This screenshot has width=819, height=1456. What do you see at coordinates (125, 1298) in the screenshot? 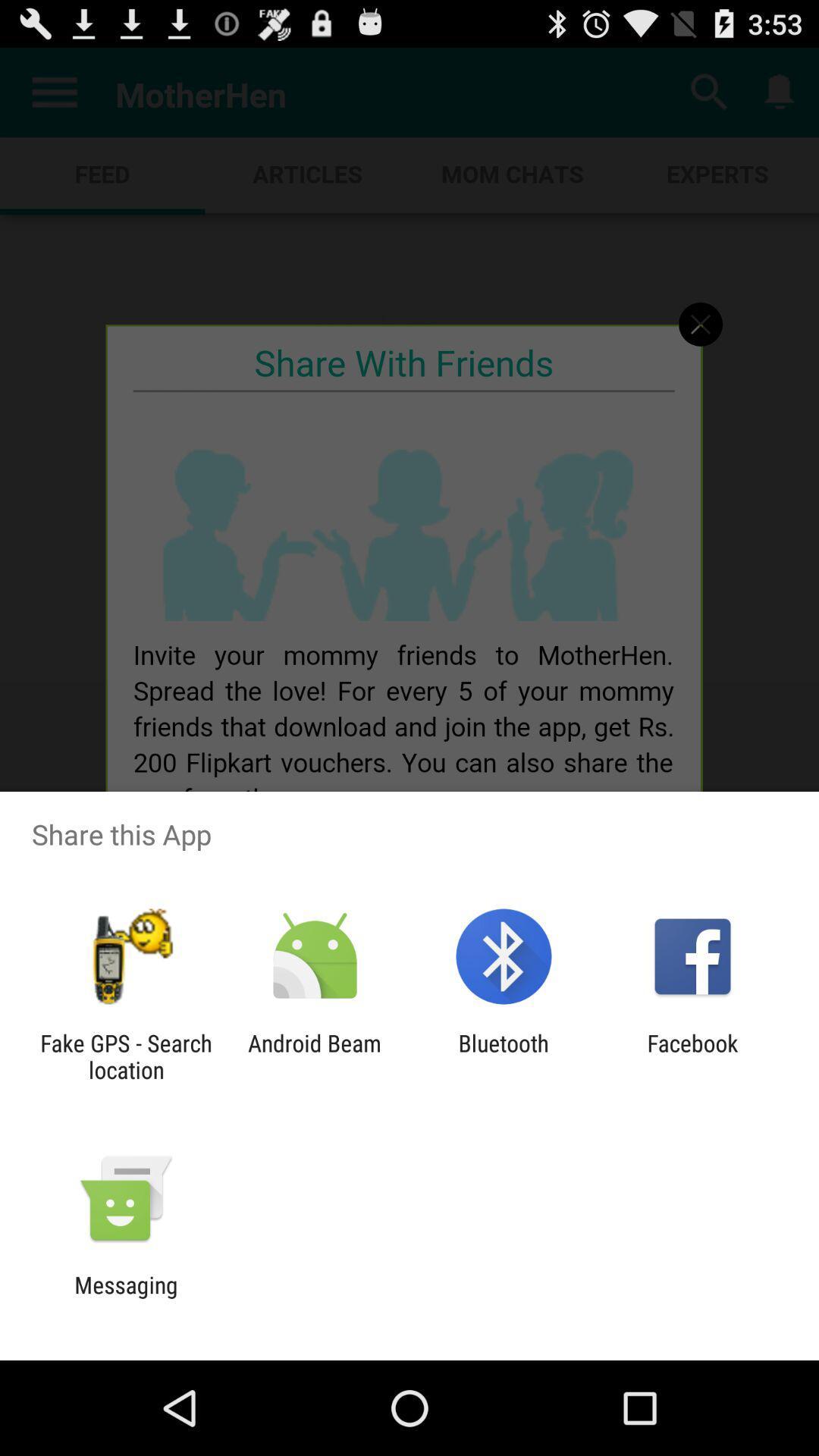
I see `messaging` at bounding box center [125, 1298].